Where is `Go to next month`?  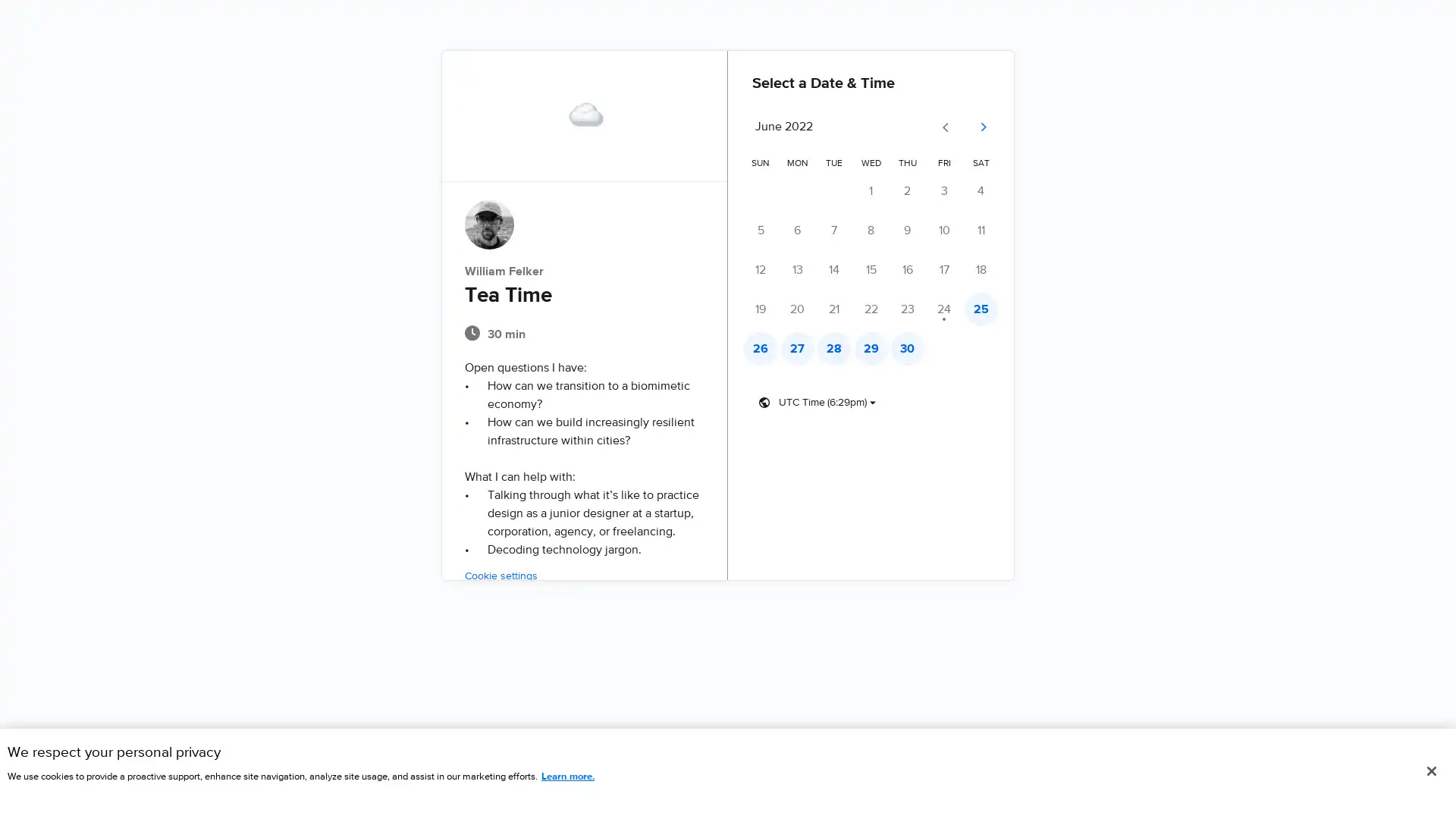
Go to next month is located at coordinates (998, 127).